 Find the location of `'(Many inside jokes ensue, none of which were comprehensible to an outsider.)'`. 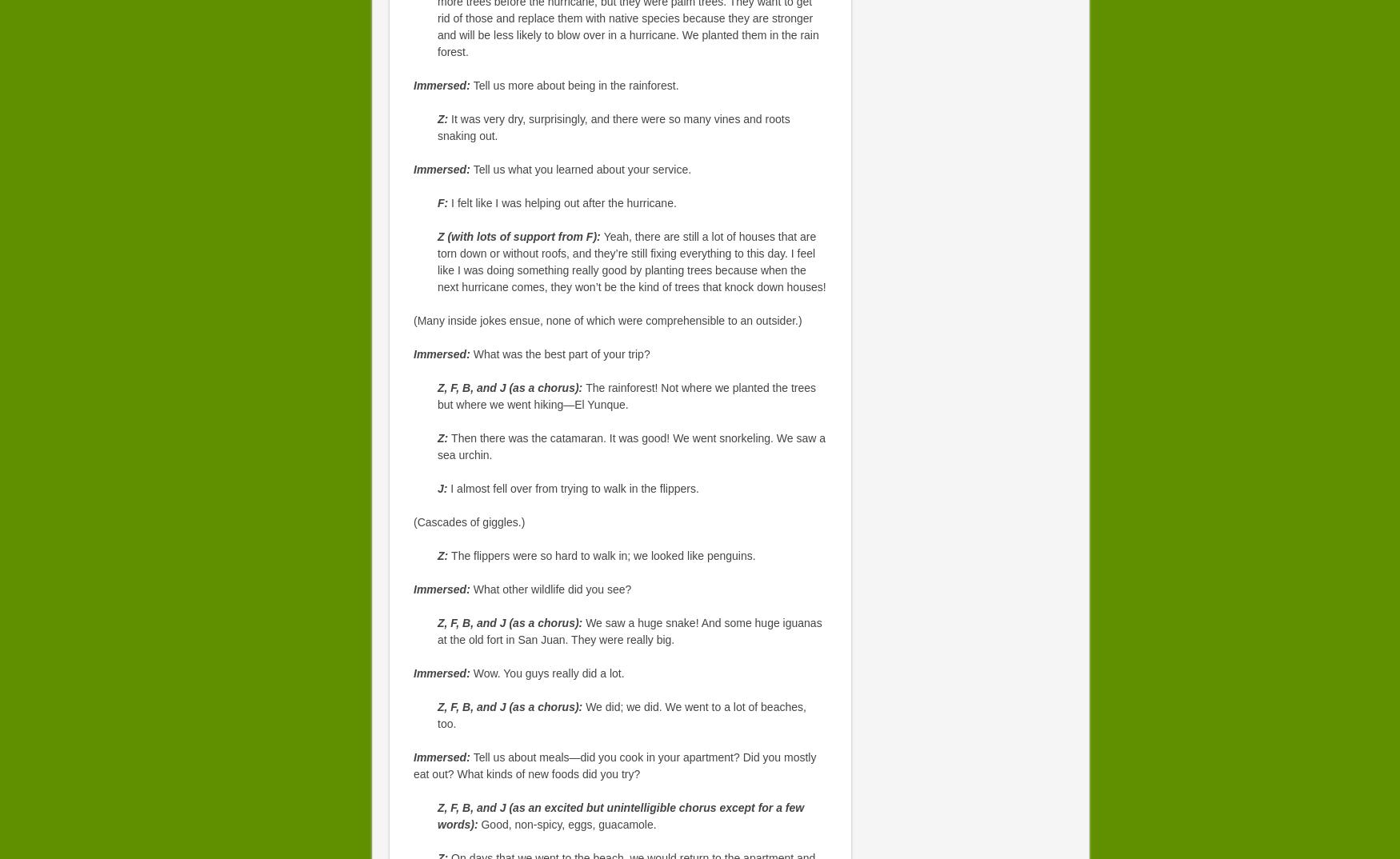

'(Many inside jokes ensue, none of which were comprehensible to an outsider.)' is located at coordinates (606, 321).